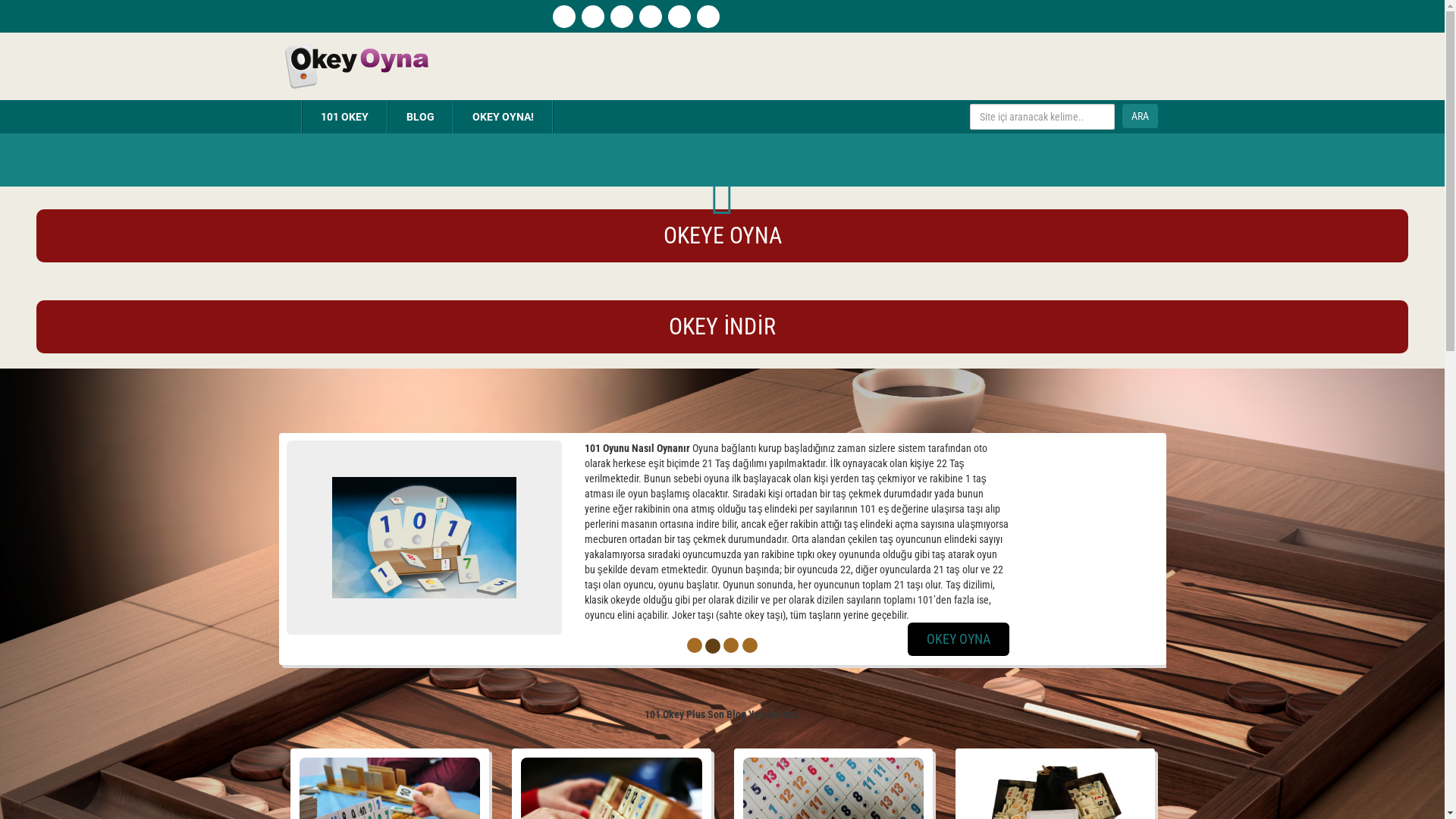  What do you see at coordinates (722, 236) in the screenshot?
I see `'OKEYE OYNA'` at bounding box center [722, 236].